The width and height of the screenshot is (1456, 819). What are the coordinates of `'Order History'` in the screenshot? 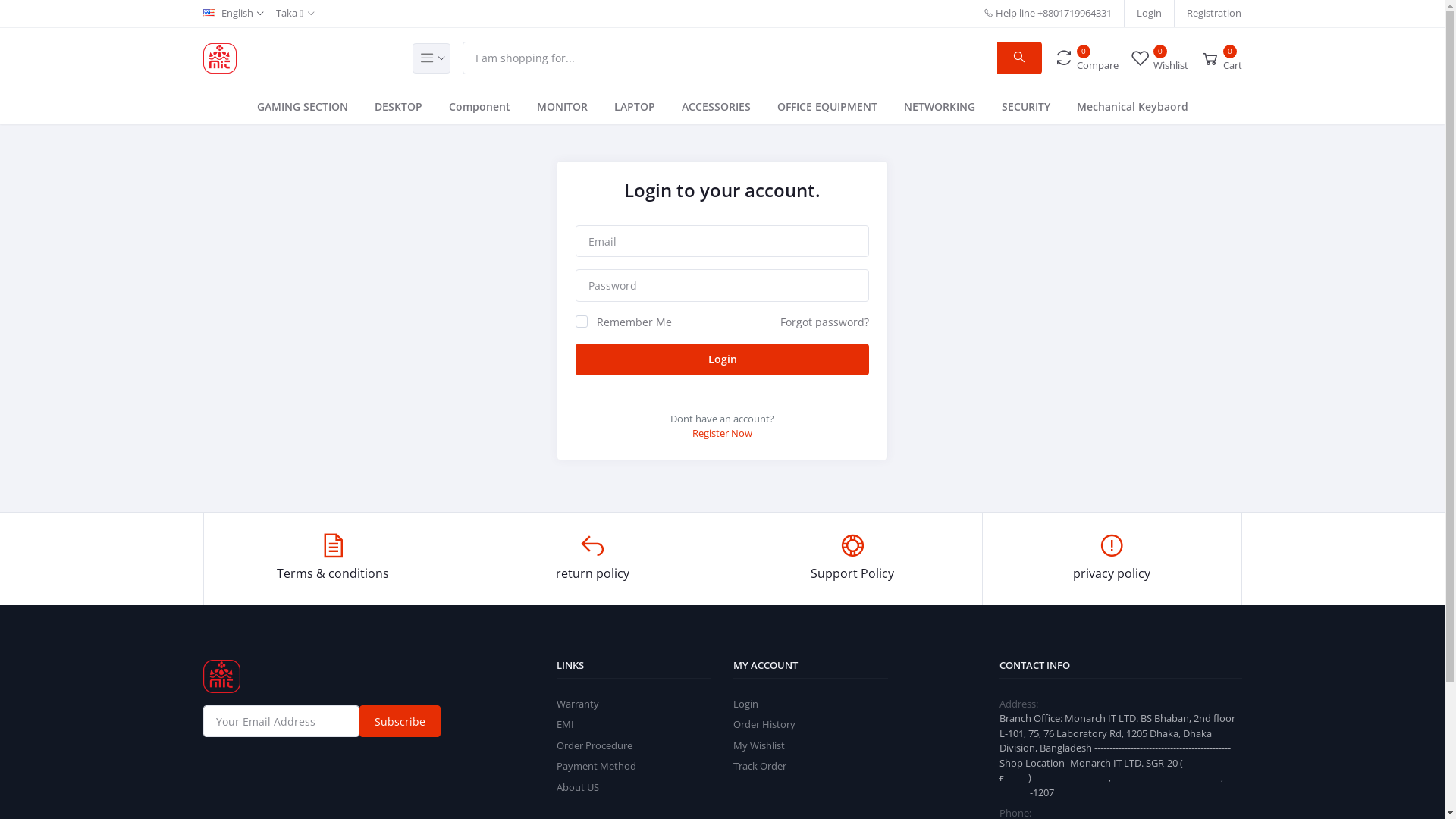 It's located at (764, 723).